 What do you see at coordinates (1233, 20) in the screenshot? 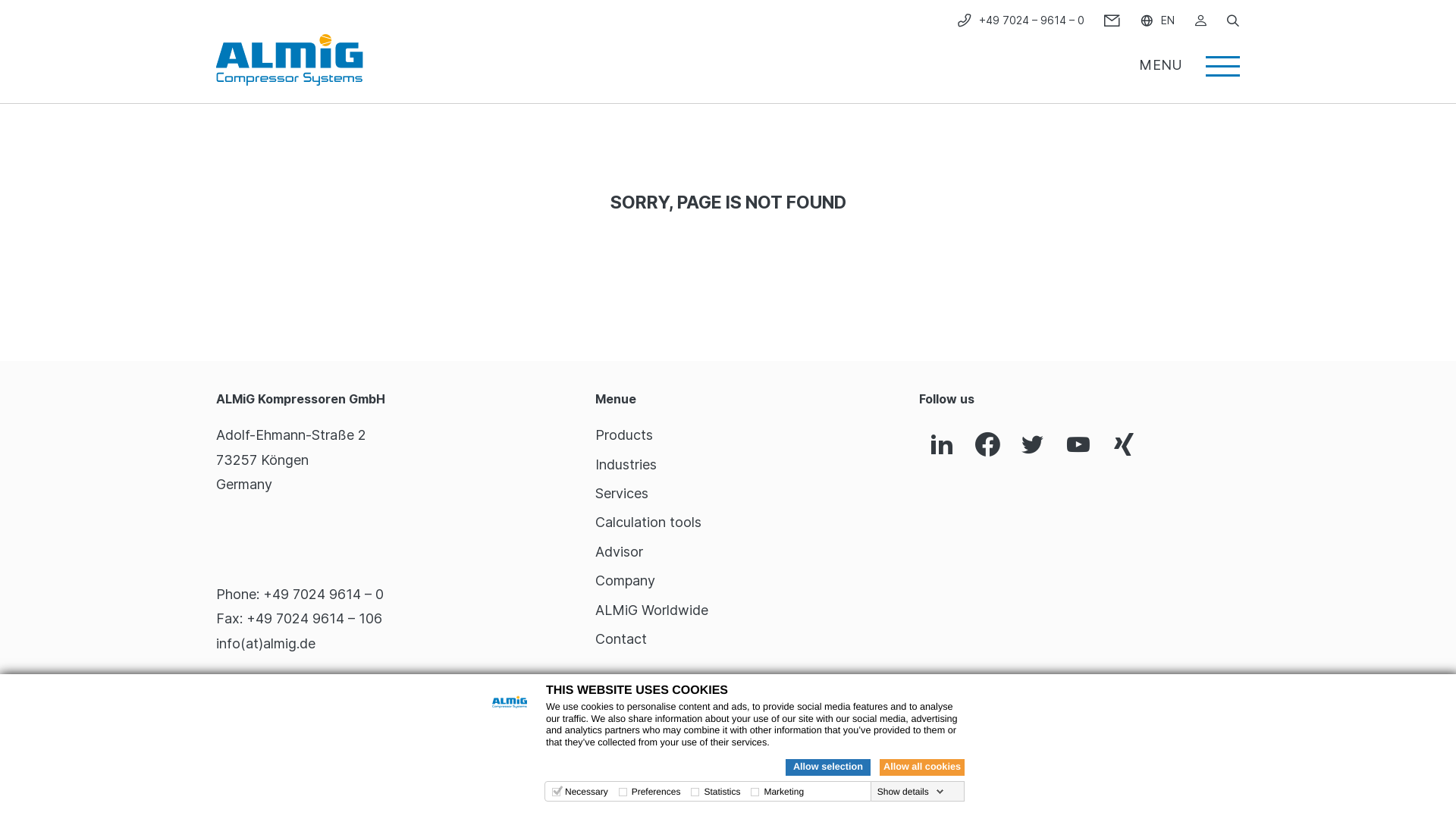
I see `'SEARCH'` at bounding box center [1233, 20].